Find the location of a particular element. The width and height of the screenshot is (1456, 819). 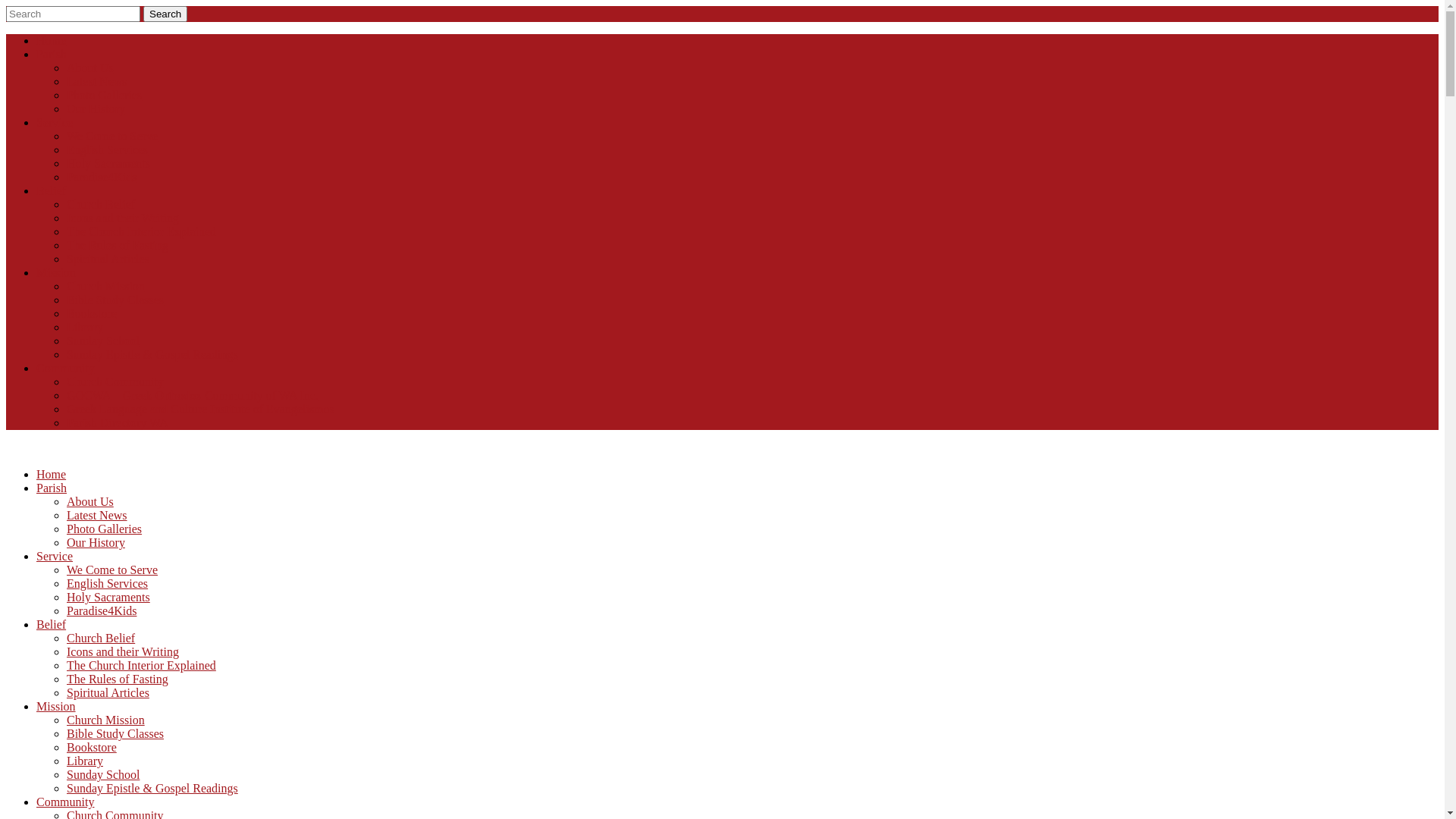

'Church Mission' is located at coordinates (105, 719).